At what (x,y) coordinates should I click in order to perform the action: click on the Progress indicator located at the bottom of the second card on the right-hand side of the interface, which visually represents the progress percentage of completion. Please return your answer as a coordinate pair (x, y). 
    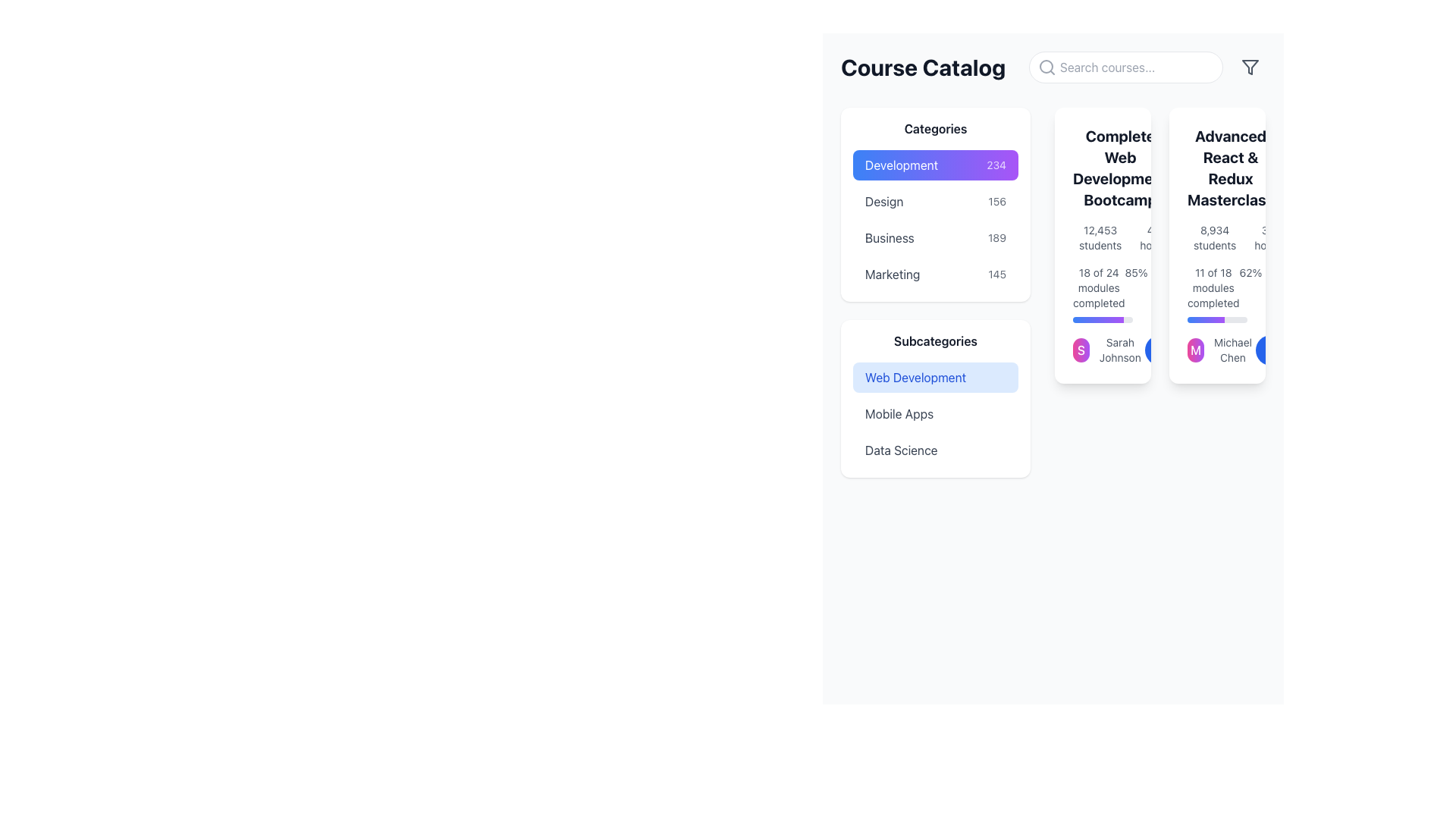
    Looking at the image, I should click on (1205, 318).